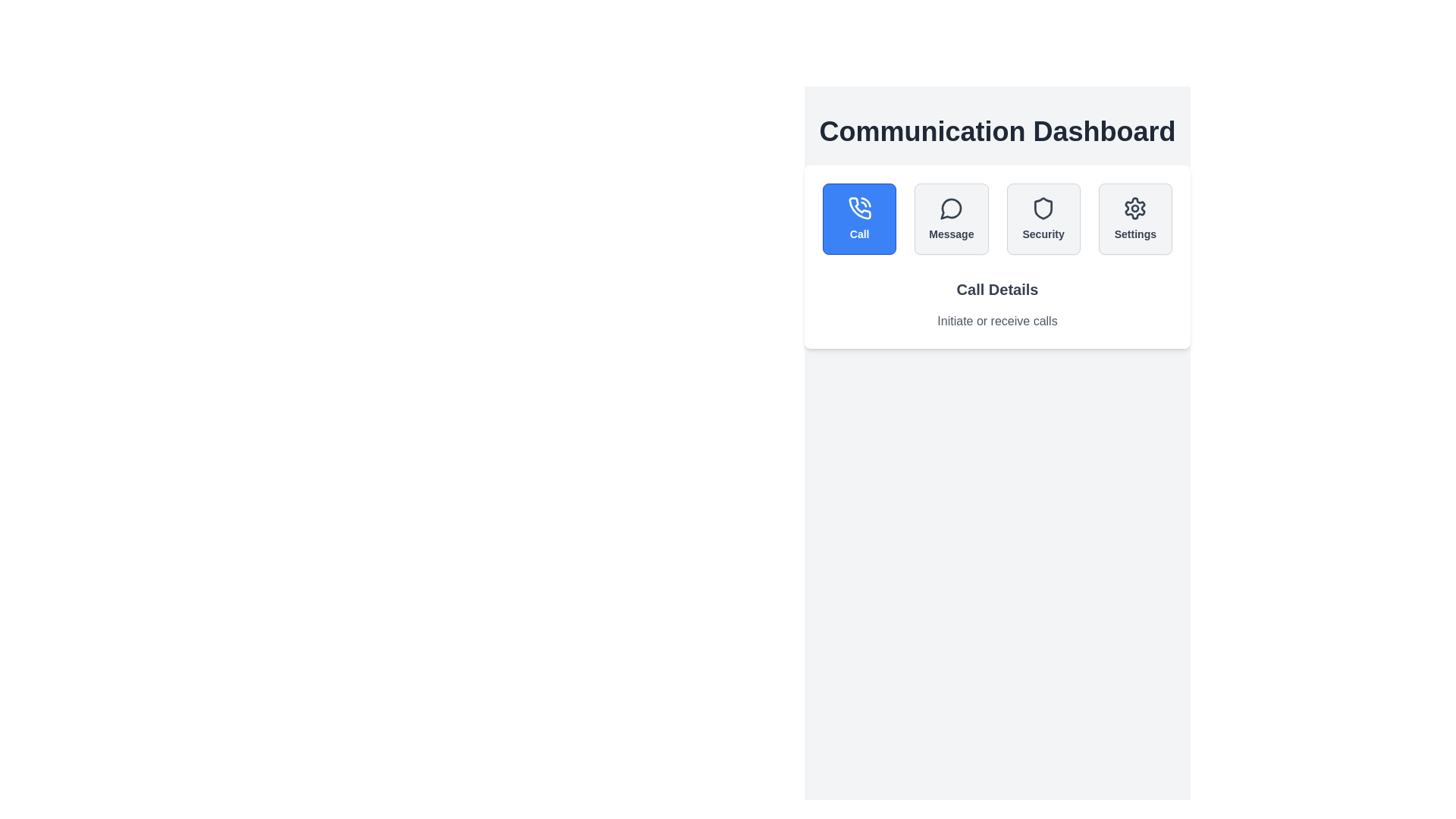  What do you see at coordinates (1043, 208) in the screenshot?
I see `the shield-shaped icon within the 'Security' button` at bounding box center [1043, 208].